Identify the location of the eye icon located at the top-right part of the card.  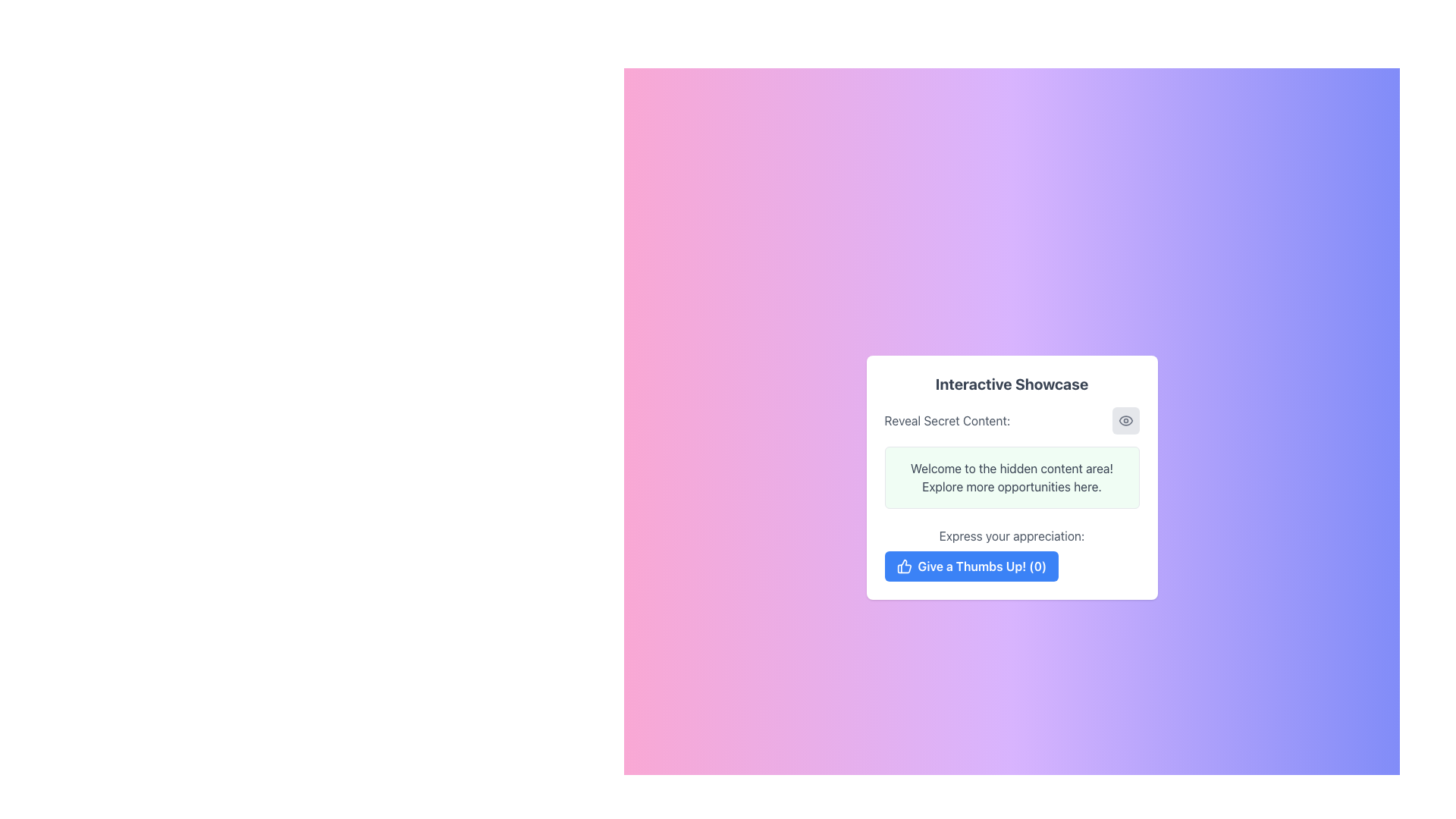
(1125, 421).